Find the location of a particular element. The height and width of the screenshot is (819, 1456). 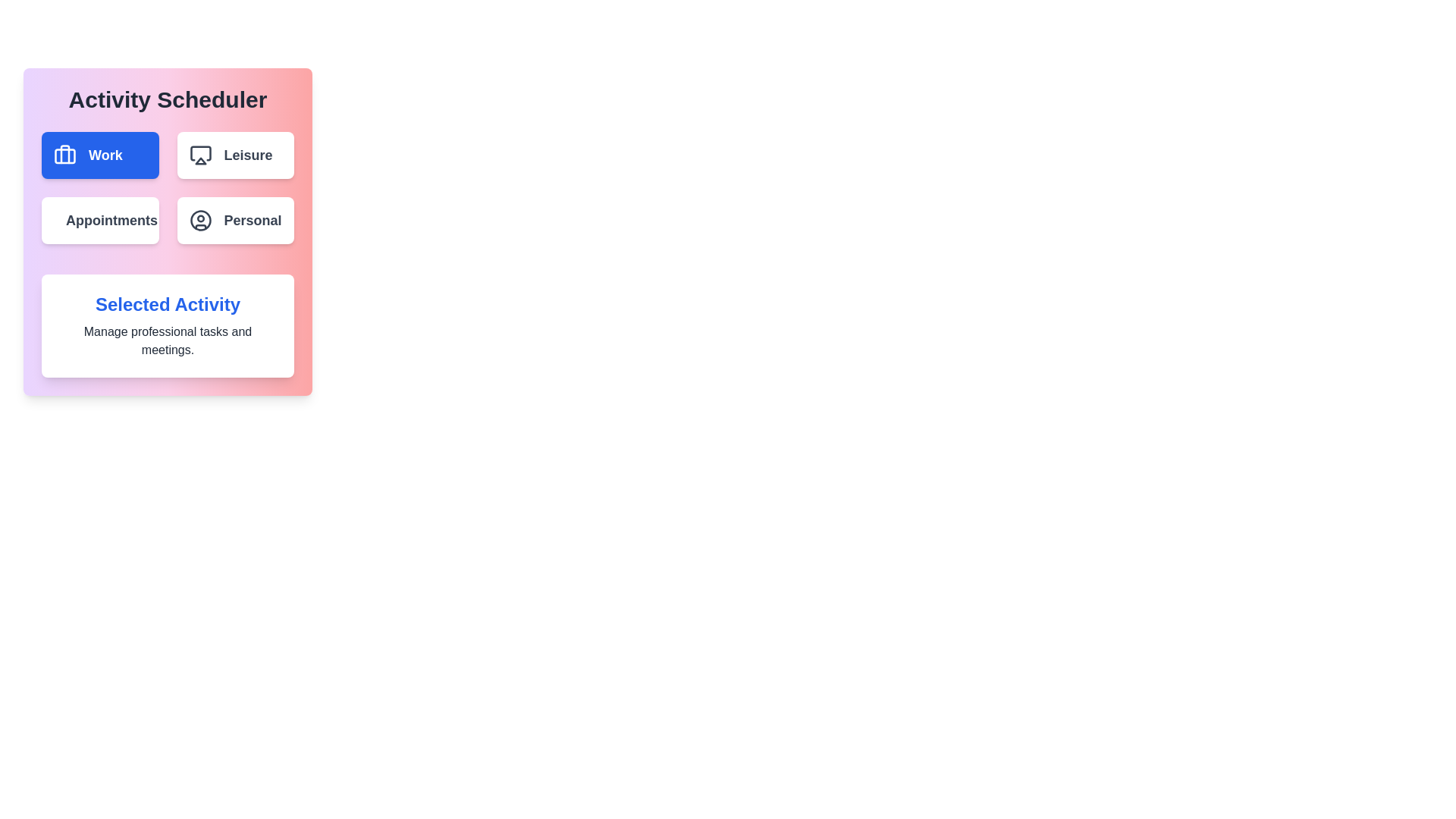

the 'Personal' button, which has a rounded rectangular shape with a white background and a user icon, located in the bottom-right corner of the 'Activity Scheduler' grid is located at coordinates (234, 220).